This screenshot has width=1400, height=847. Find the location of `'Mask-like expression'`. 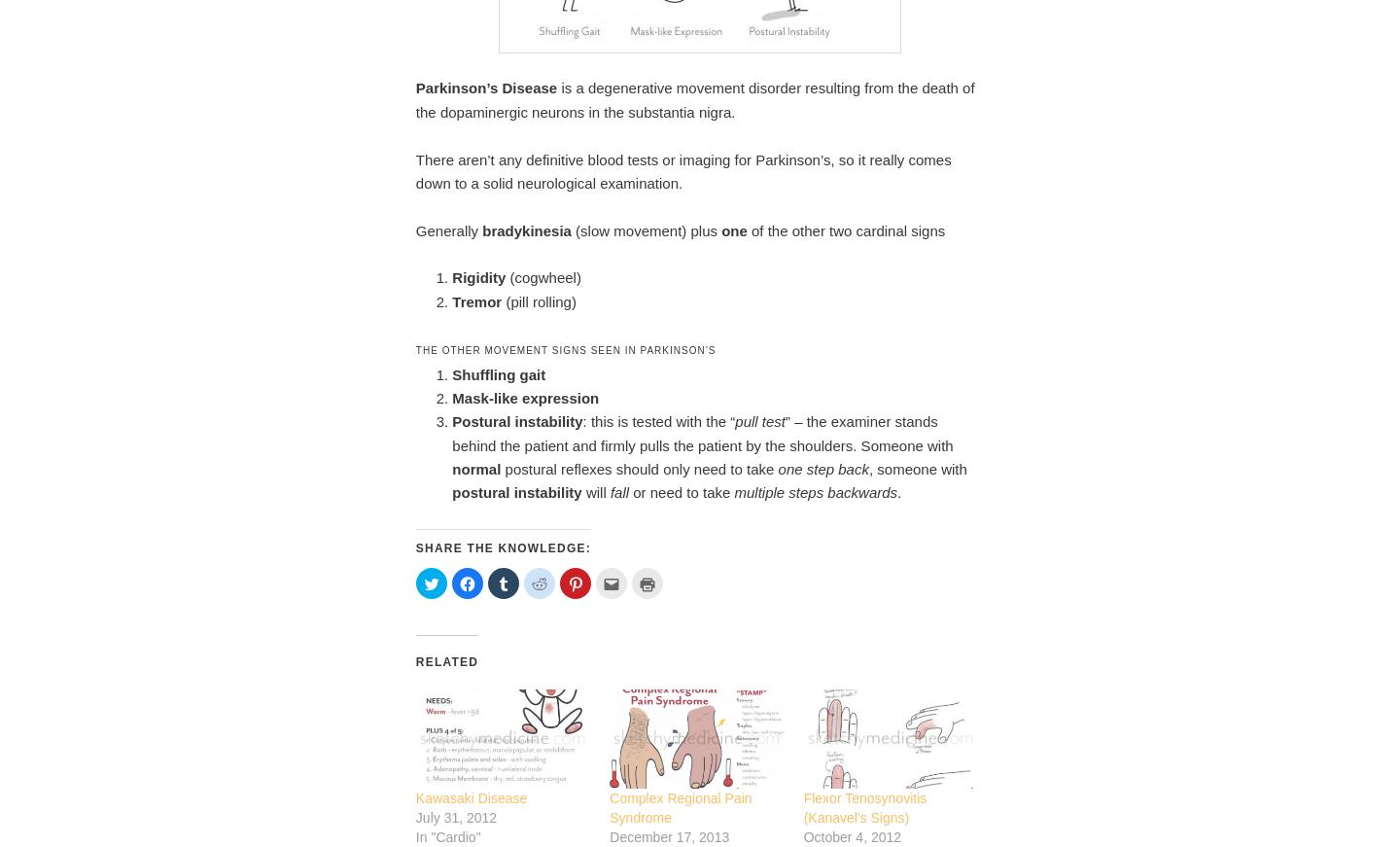

'Mask-like expression' is located at coordinates (524, 396).